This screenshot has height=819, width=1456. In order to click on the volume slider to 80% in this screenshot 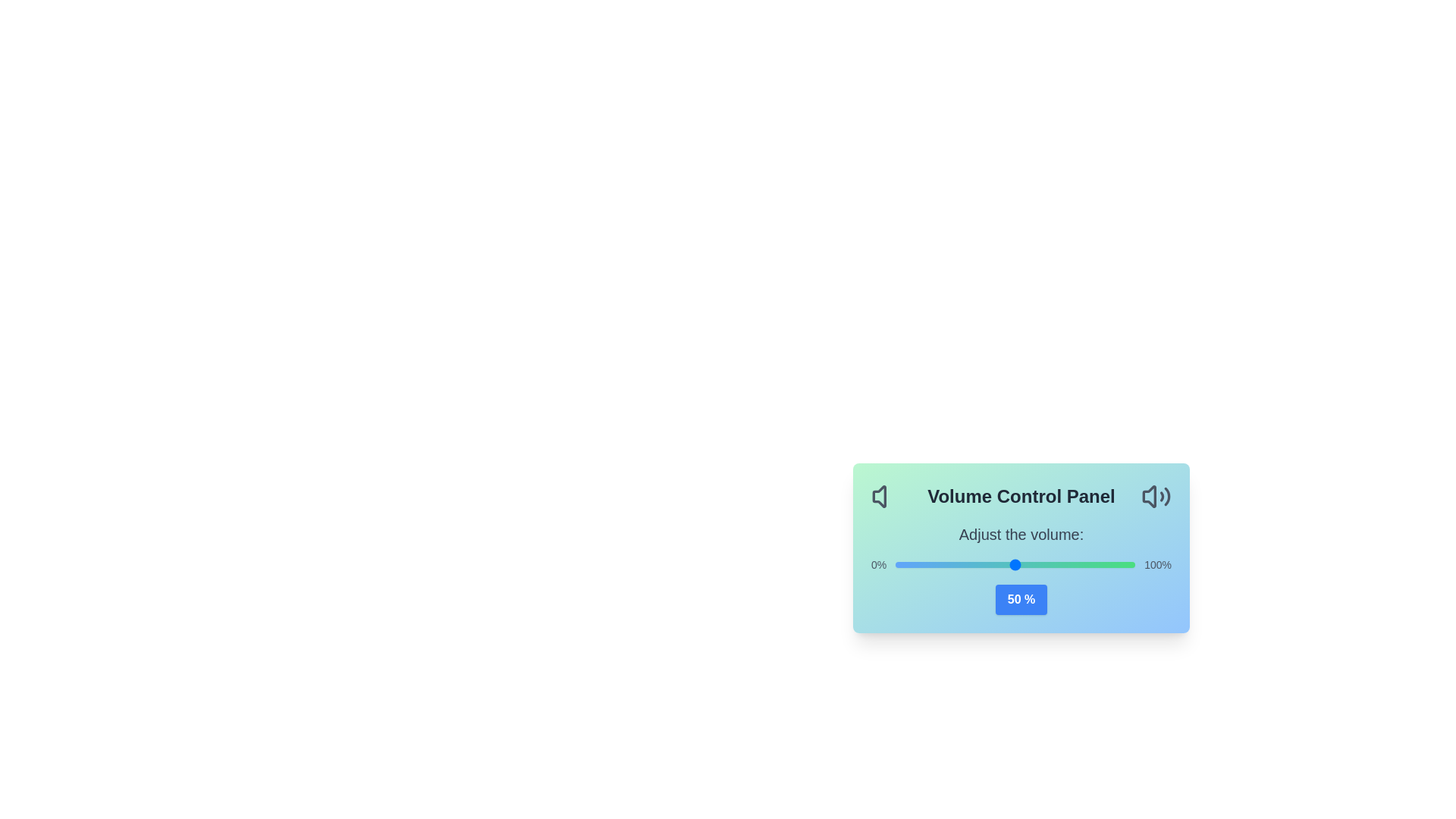, I will do `click(1087, 564)`.